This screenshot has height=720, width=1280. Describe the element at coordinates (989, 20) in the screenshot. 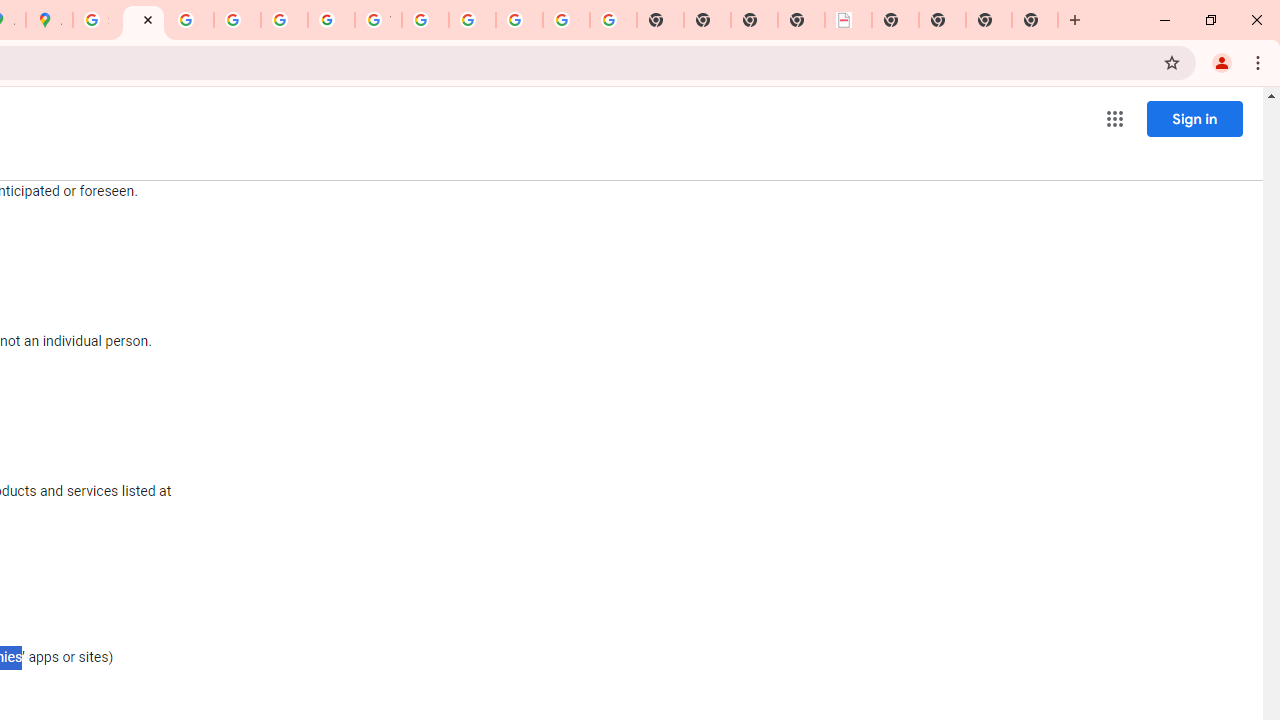

I see `'New Tab'` at that location.